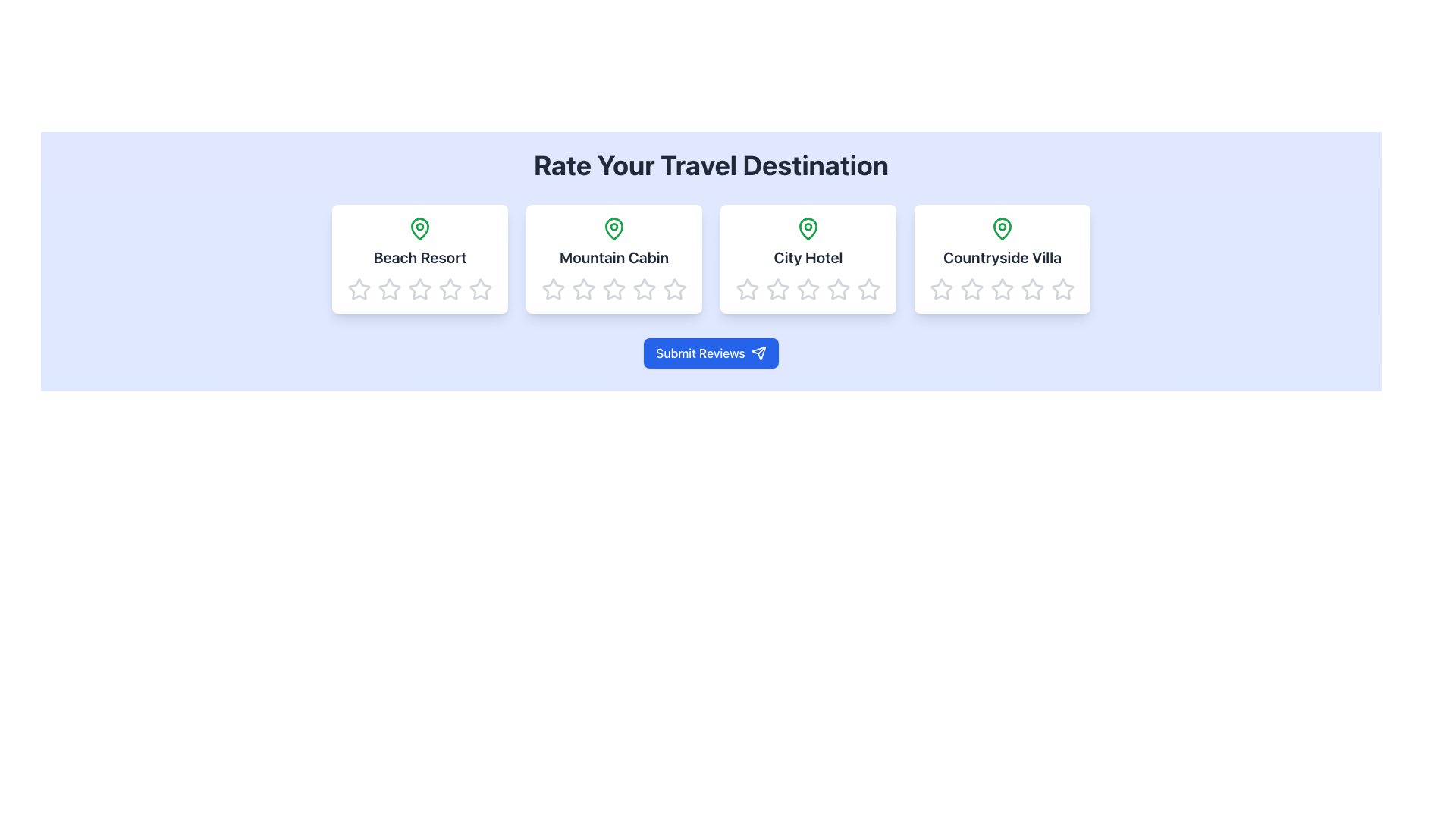  What do you see at coordinates (479, 289) in the screenshot?
I see `the rightmost star icon in the 5-star horizontal rating system below the card labeled 'Beach Resort' to set the rating` at bounding box center [479, 289].